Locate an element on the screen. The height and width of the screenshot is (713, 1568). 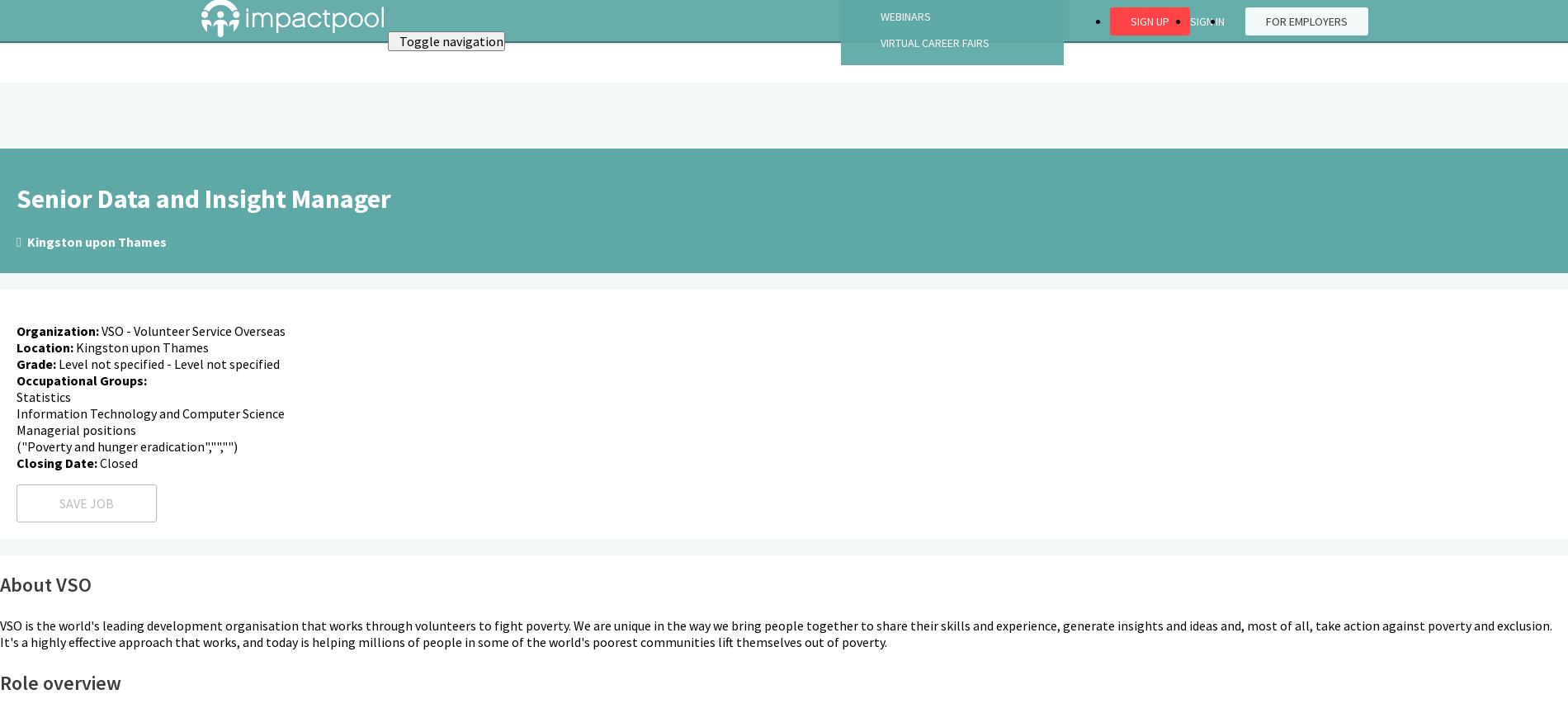
'Tel Aviv' is located at coordinates (41, 188).